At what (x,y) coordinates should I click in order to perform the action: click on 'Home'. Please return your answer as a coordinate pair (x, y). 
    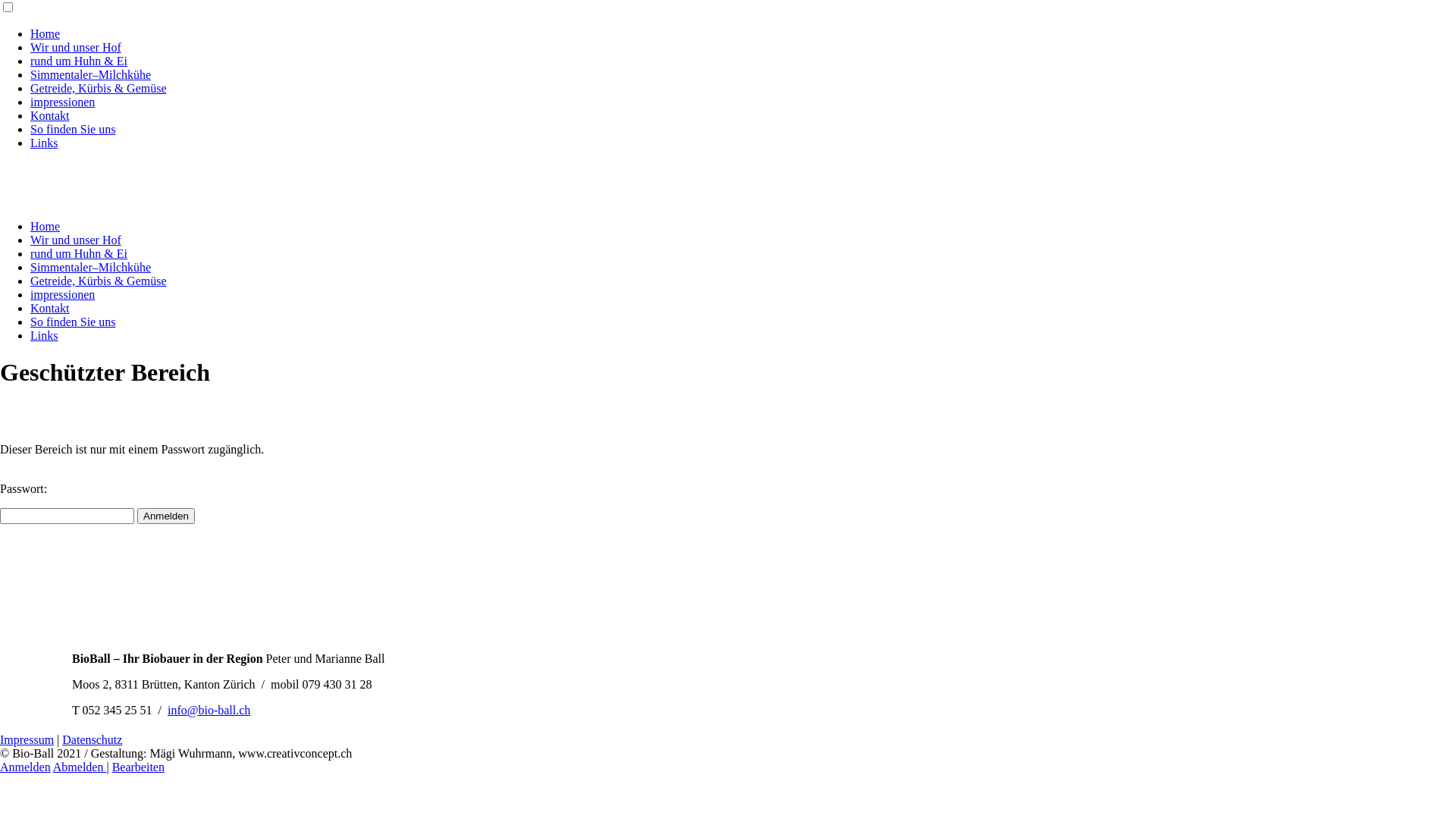
    Looking at the image, I should click on (45, 226).